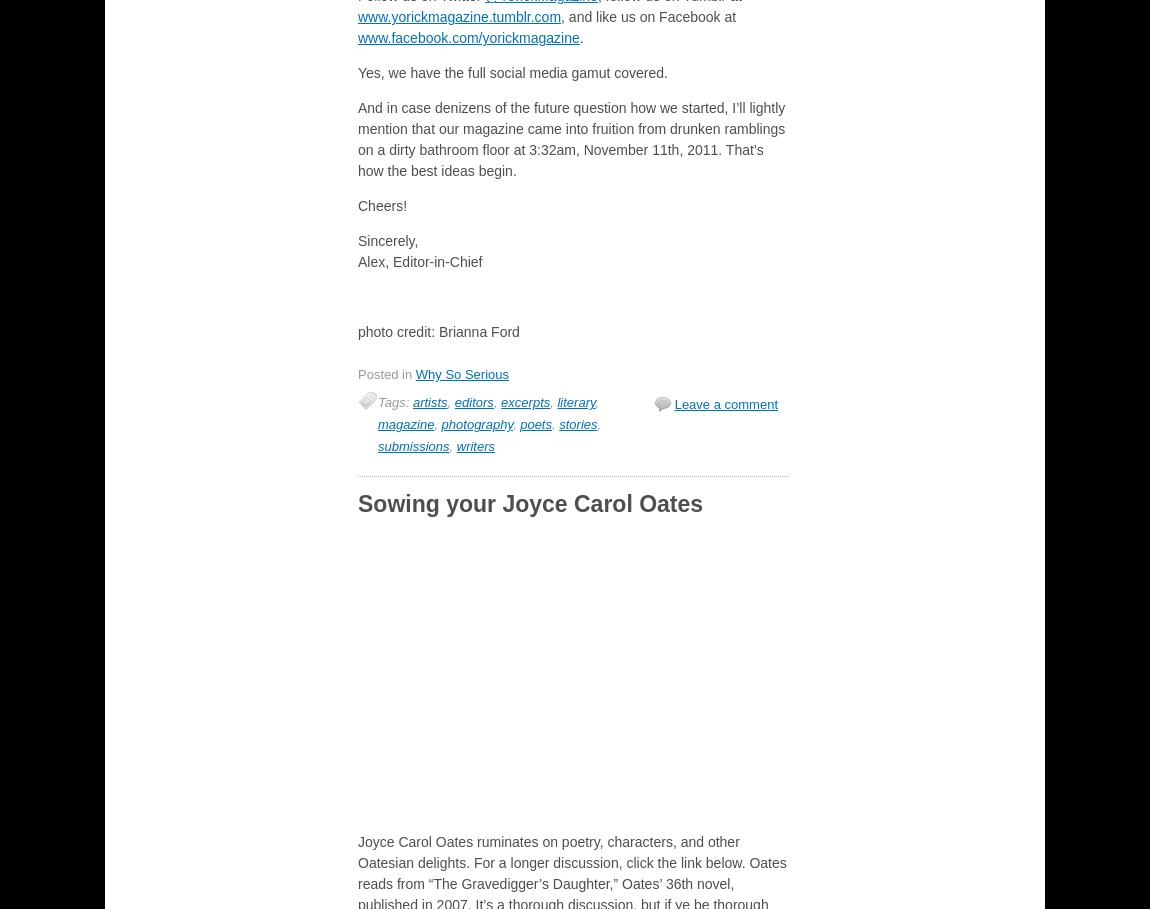  I want to click on 'literary', so click(575, 402).